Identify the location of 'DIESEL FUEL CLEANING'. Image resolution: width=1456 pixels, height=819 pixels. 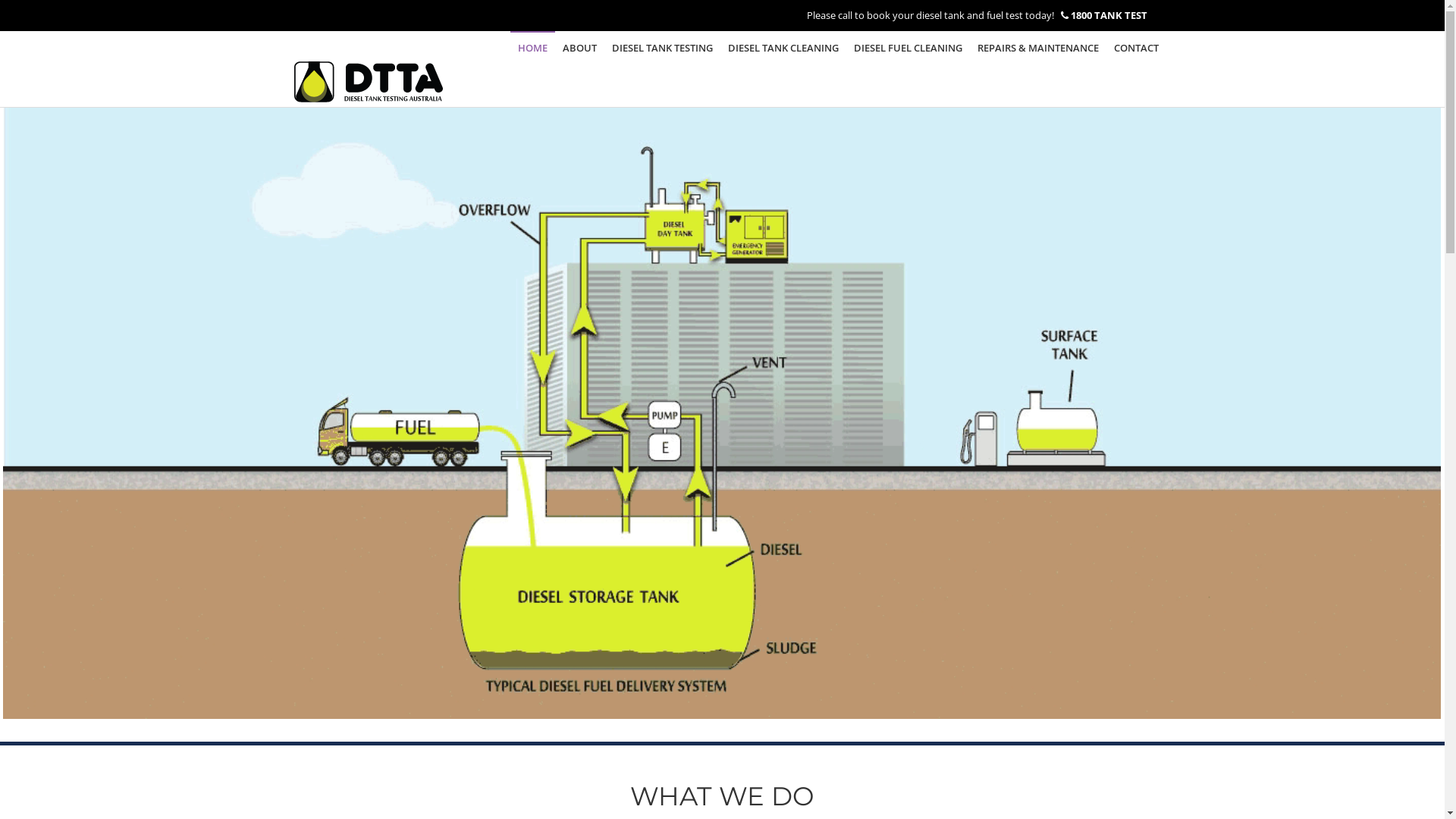
(908, 46).